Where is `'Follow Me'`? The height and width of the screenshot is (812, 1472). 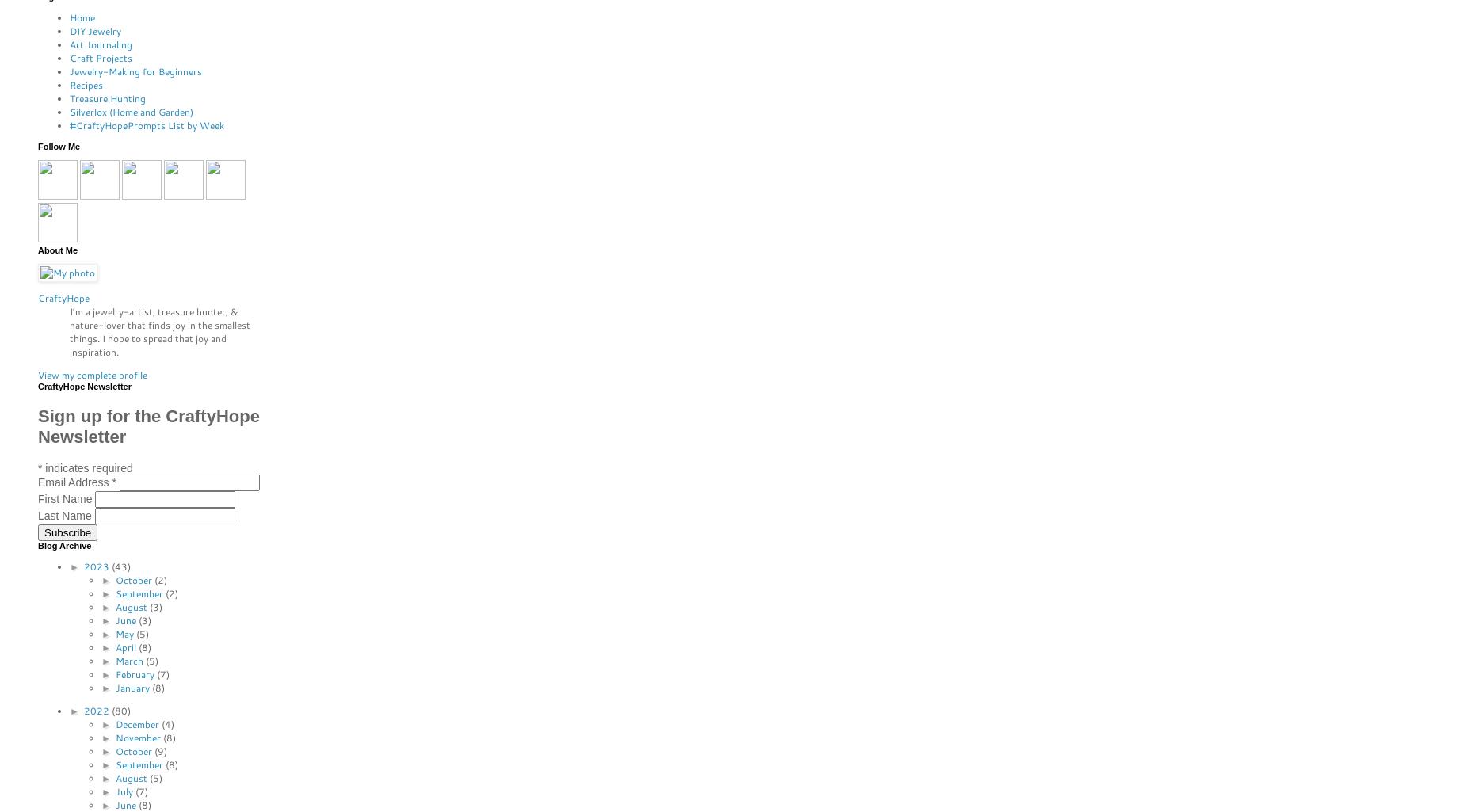
'Follow Me' is located at coordinates (58, 146).